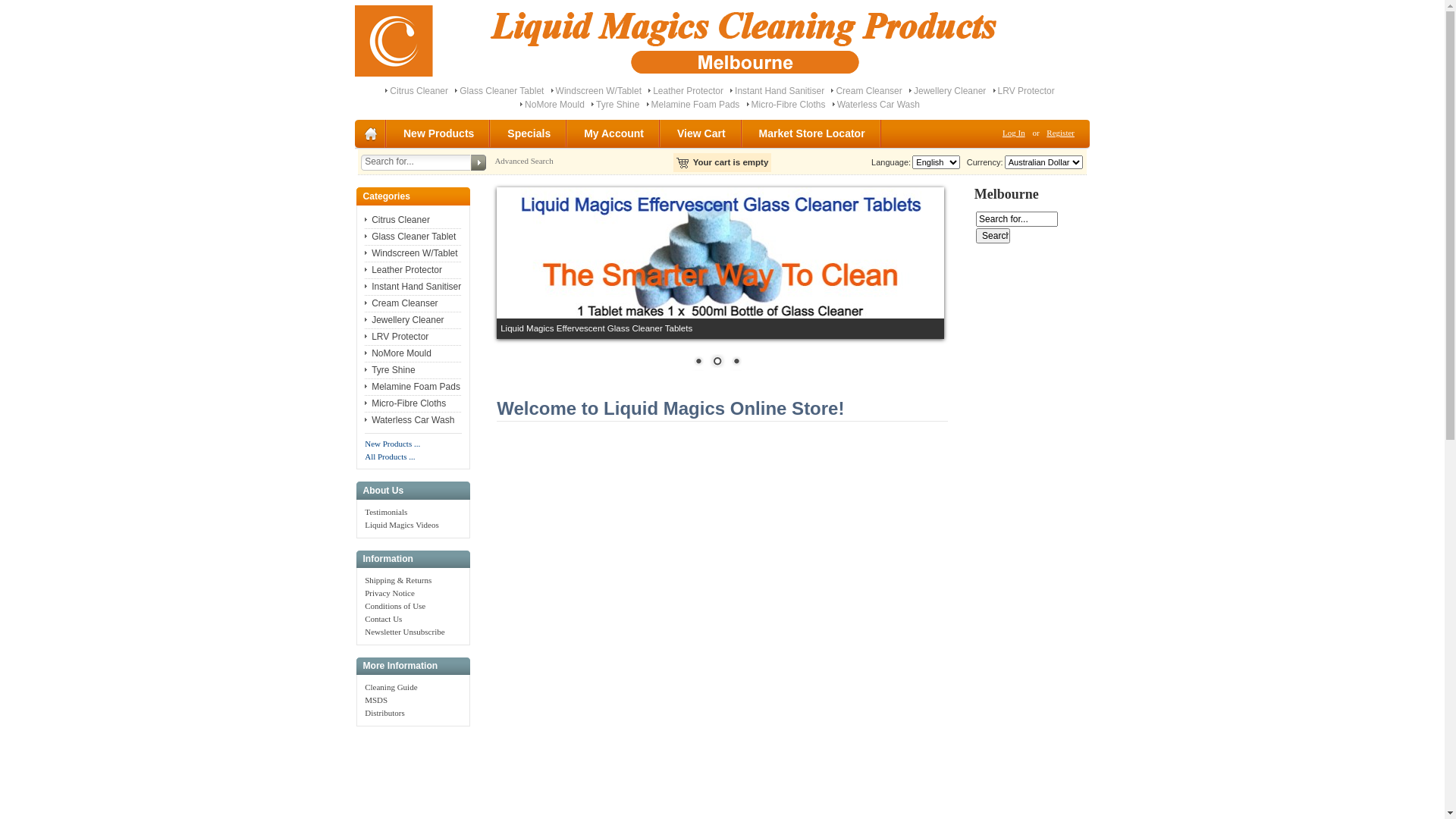  Describe the element at coordinates (523, 161) in the screenshot. I see `'Advanced Search'` at that location.